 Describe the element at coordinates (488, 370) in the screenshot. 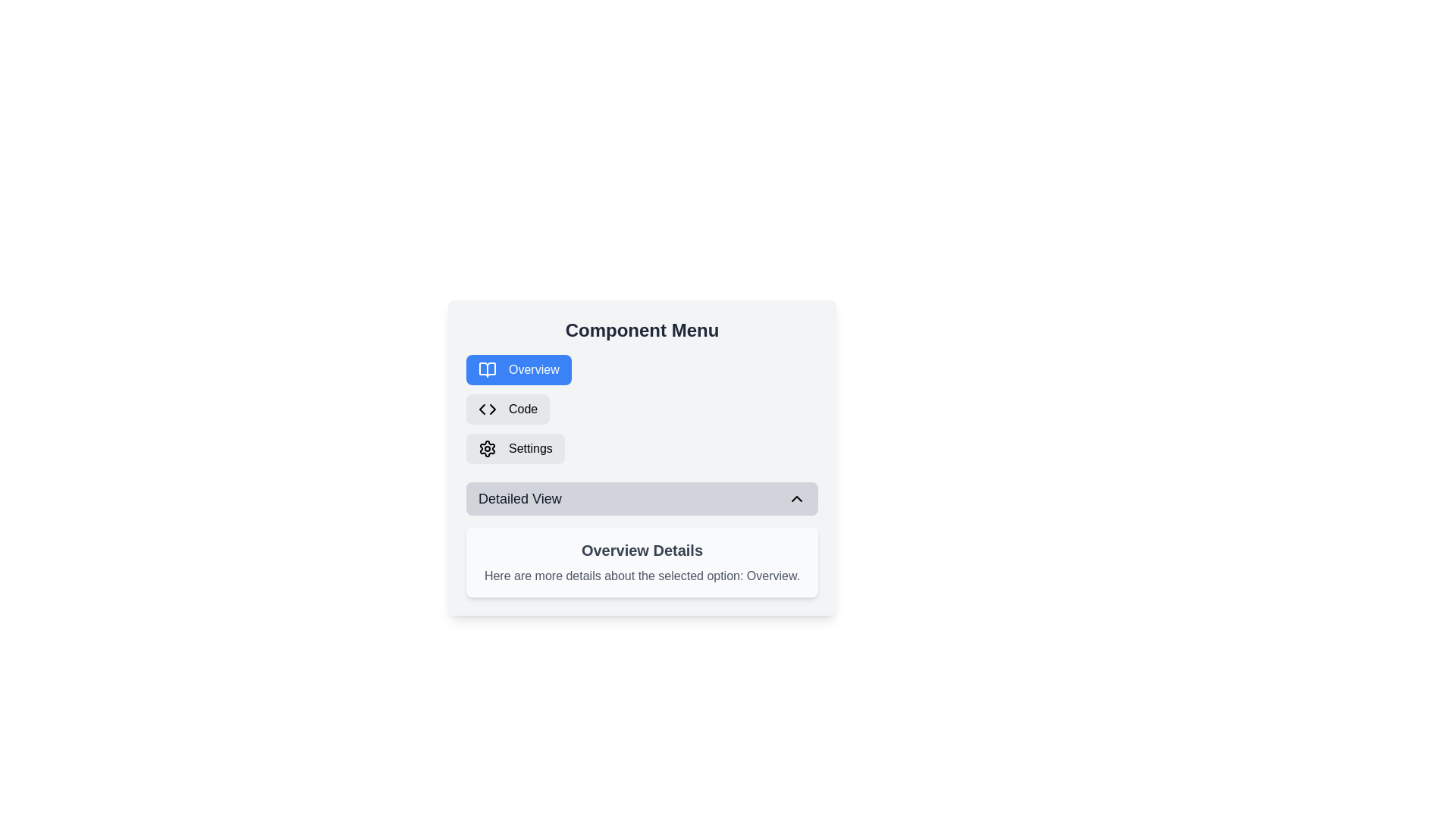

I see `the 'Overview' icon located in the upper left area of the 'Component Menu' card, which visually represents the documentation feature` at that location.